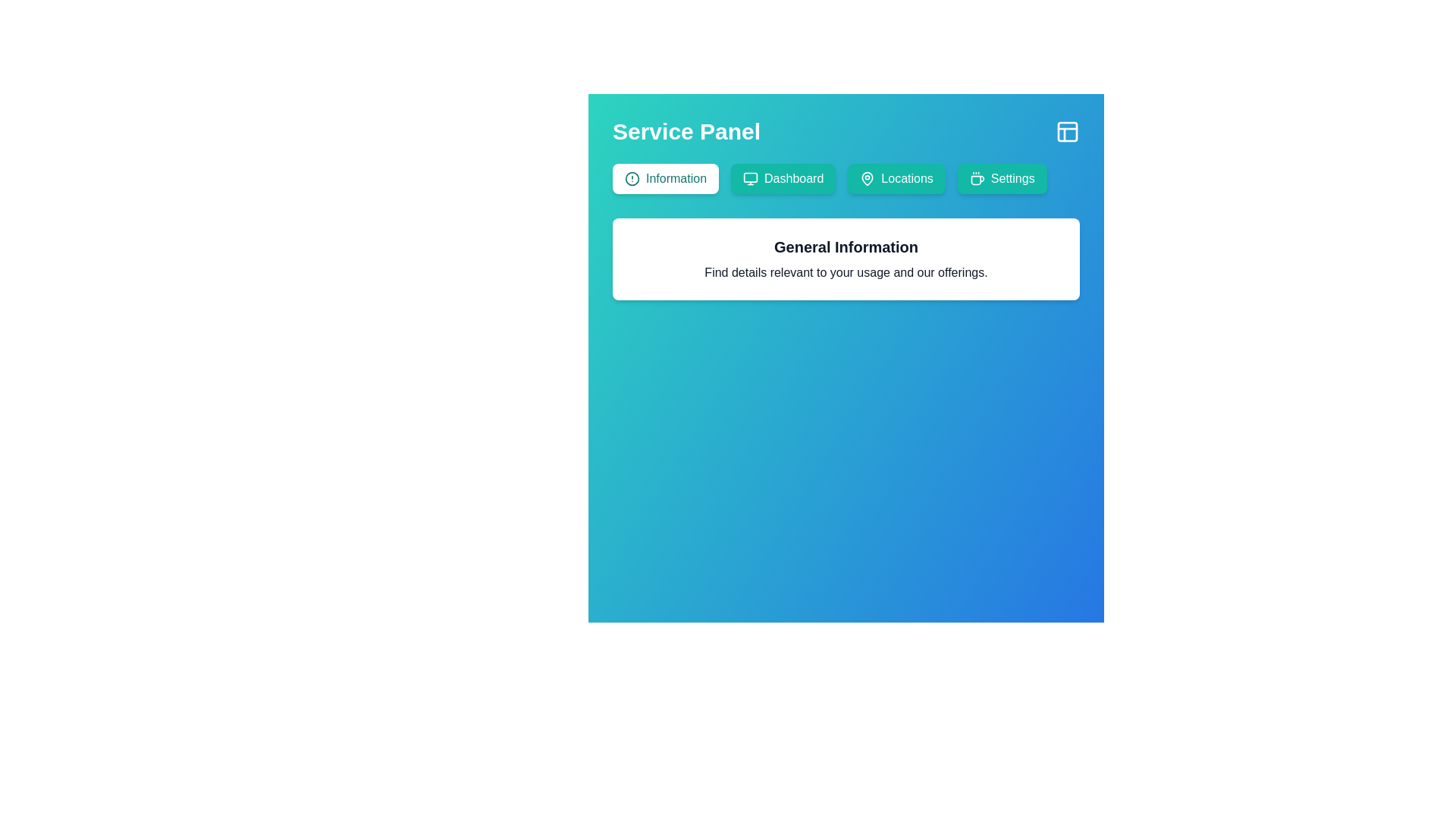 This screenshot has width=1456, height=819. What do you see at coordinates (868, 177) in the screenshot?
I see `the pin icon within the 'Locations' button on the navigation bar` at bounding box center [868, 177].